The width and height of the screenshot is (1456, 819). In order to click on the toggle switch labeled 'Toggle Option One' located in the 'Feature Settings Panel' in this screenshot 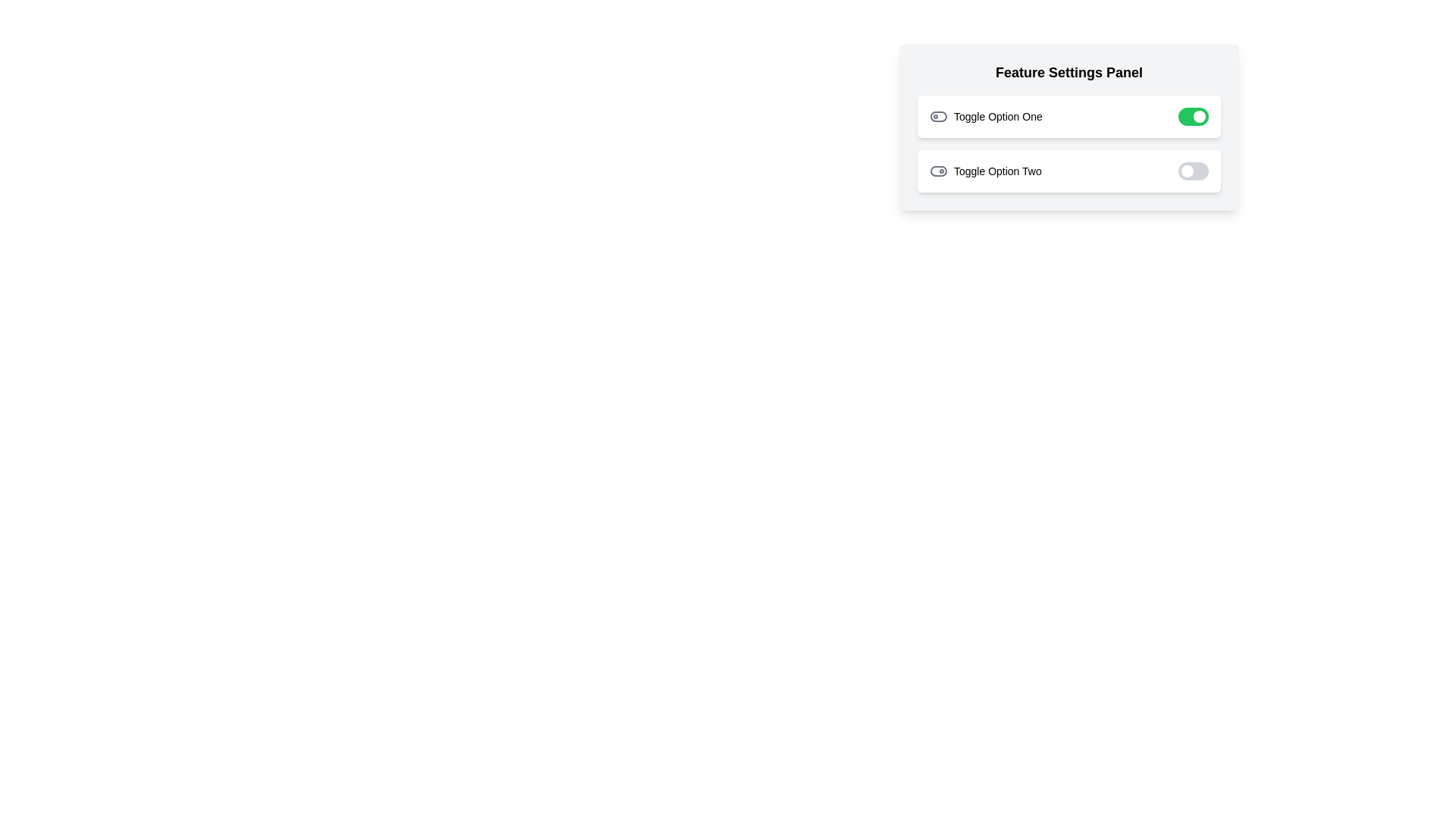, I will do `click(1068, 116)`.